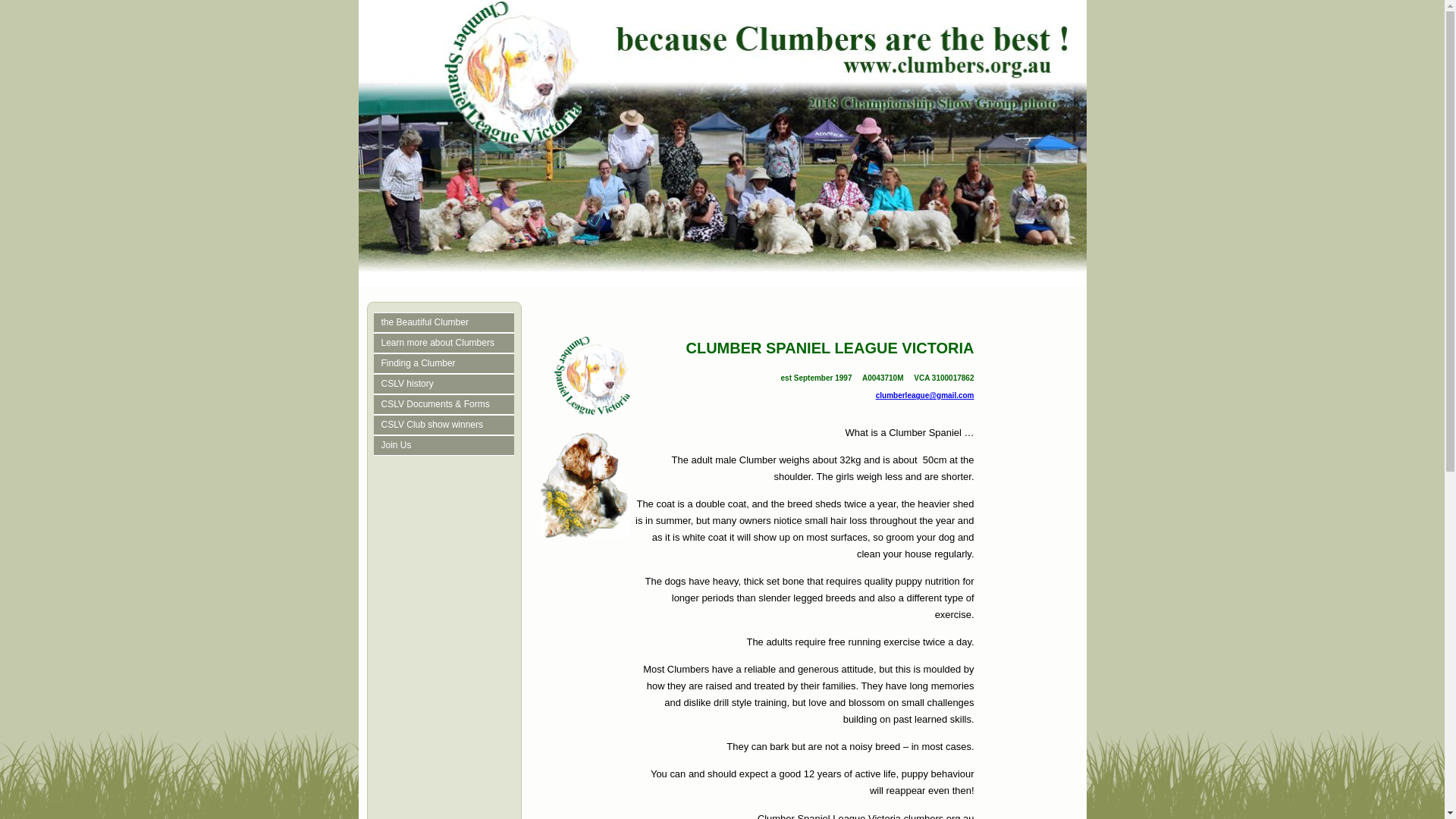 The image size is (1456, 819). What do you see at coordinates (381, 383) in the screenshot?
I see `'CSLV history'` at bounding box center [381, 383].